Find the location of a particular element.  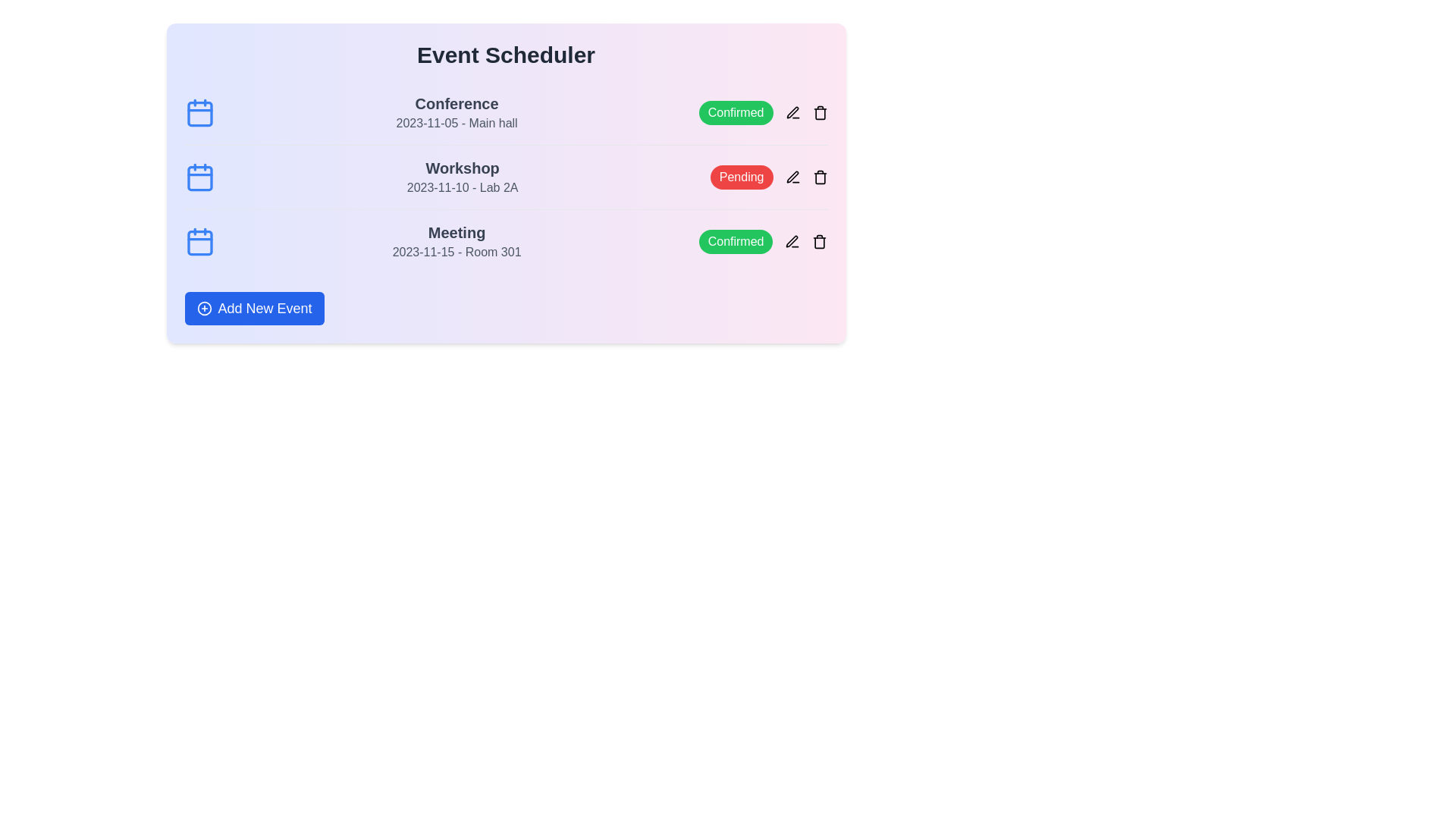

the 'Conference' label which displays the event title prominently at the top of the 'Event Scheduler' section, flanked by a calendar icon on the left and a 'Confirmed' button on the right is located at coordinates (456, 112).